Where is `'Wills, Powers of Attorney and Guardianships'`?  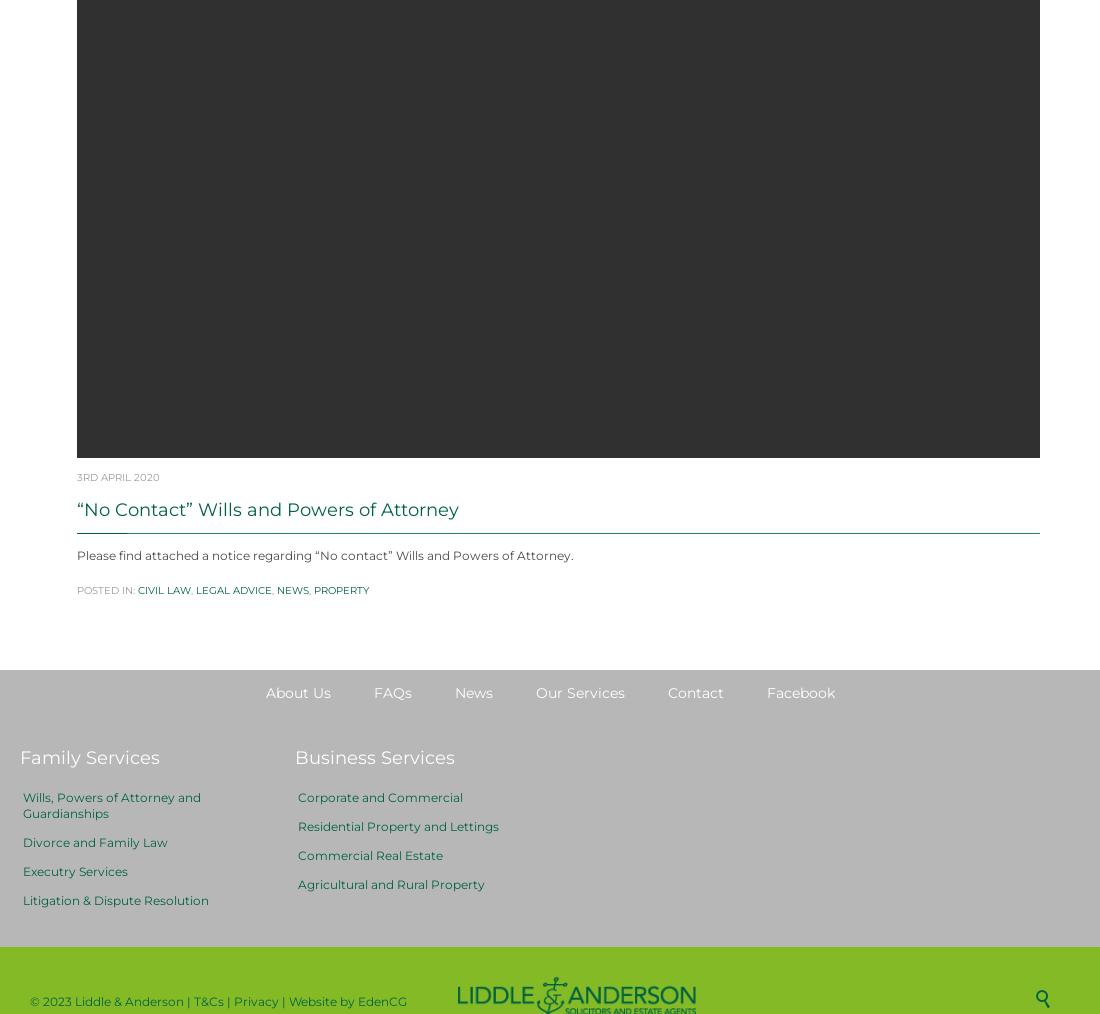 'Wills, Powers of Attorney and Guardianships' is located at coordinates (111, 852).